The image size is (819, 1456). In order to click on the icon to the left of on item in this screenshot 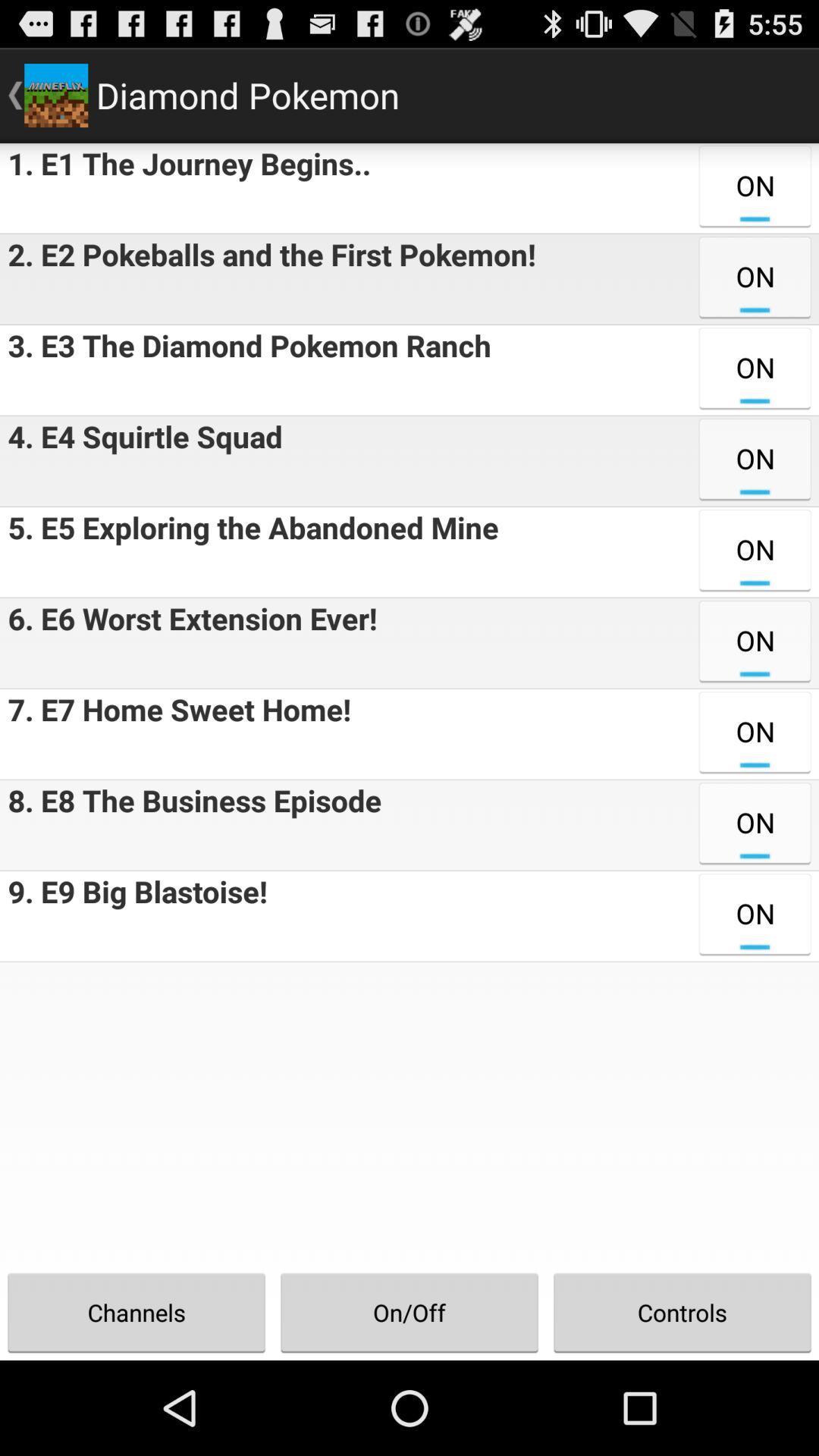, I will do `click(141, 460)`.